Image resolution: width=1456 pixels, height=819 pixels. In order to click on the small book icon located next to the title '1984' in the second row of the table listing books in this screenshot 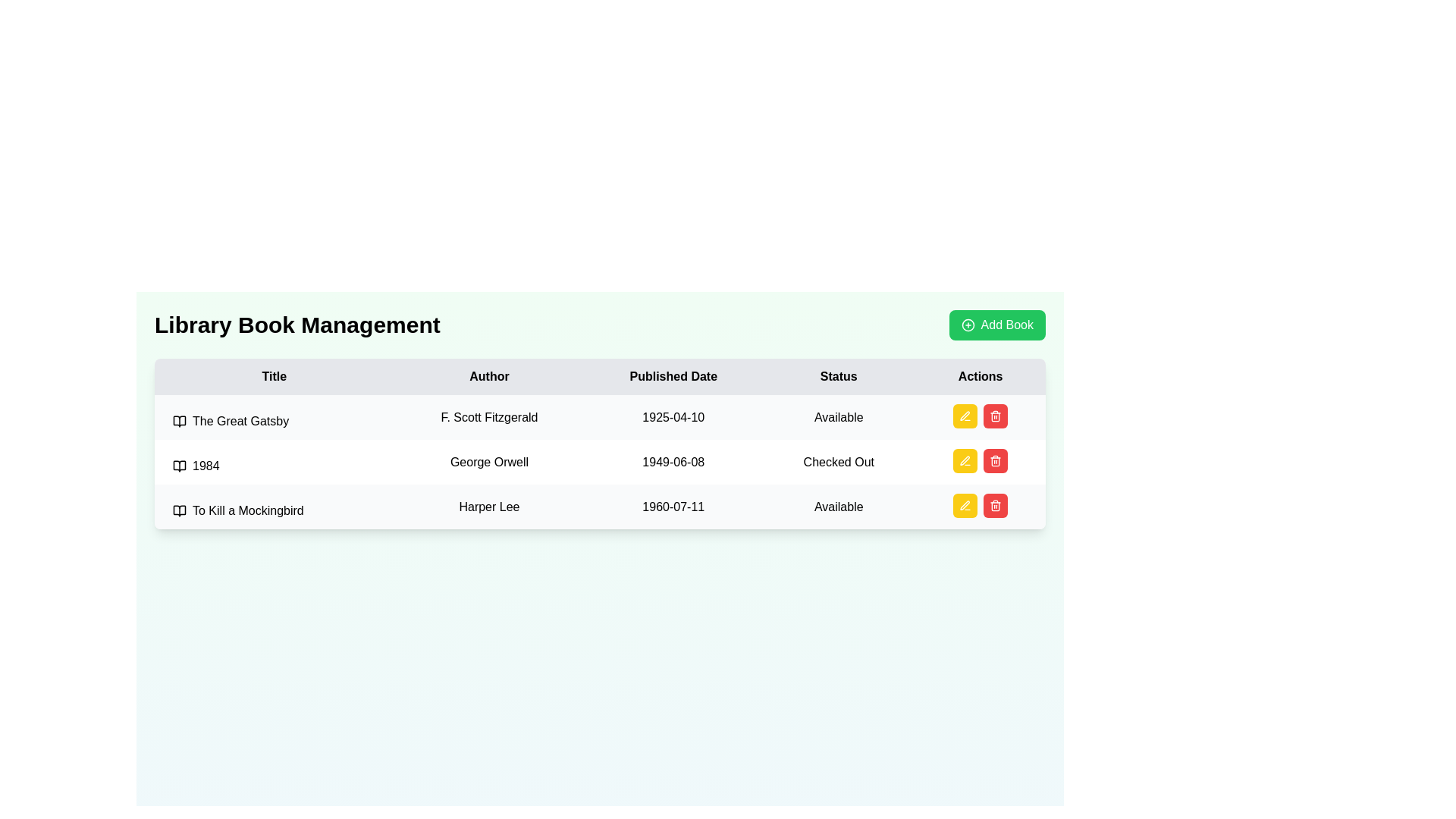, I will do `click(179, 465)`.